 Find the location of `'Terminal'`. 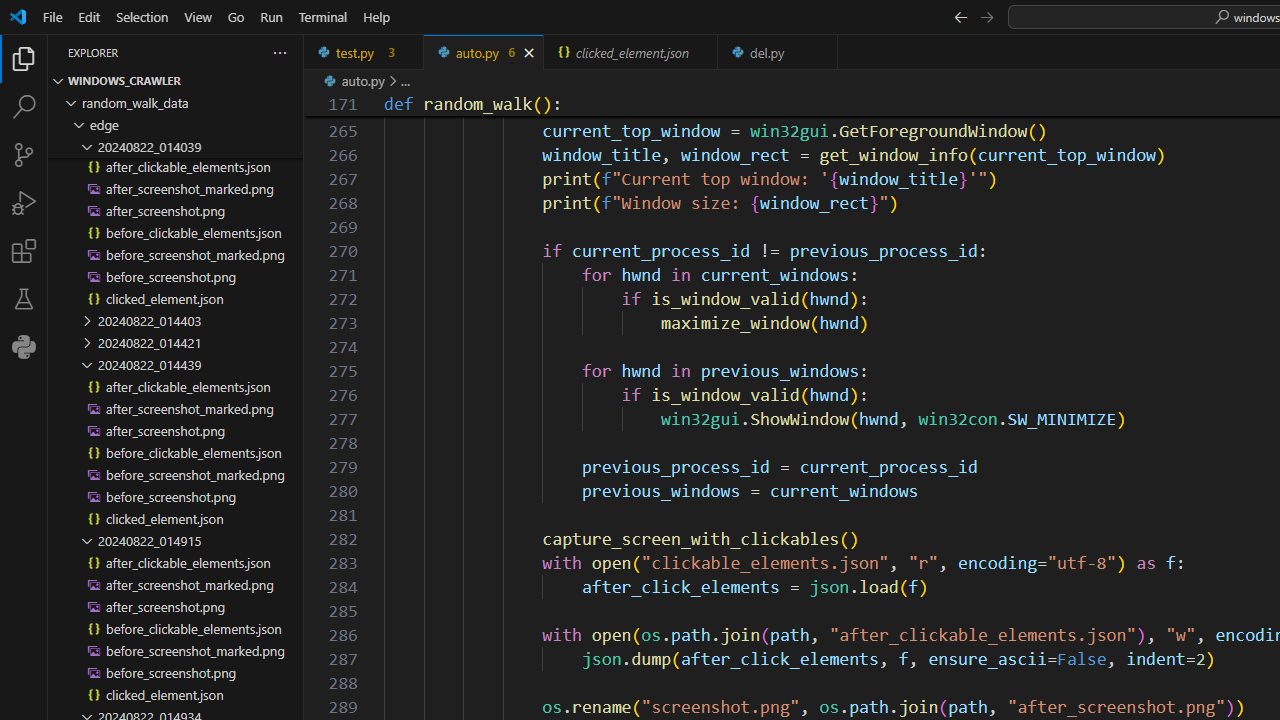

'Terminal' is located at coordinates (323, 16).